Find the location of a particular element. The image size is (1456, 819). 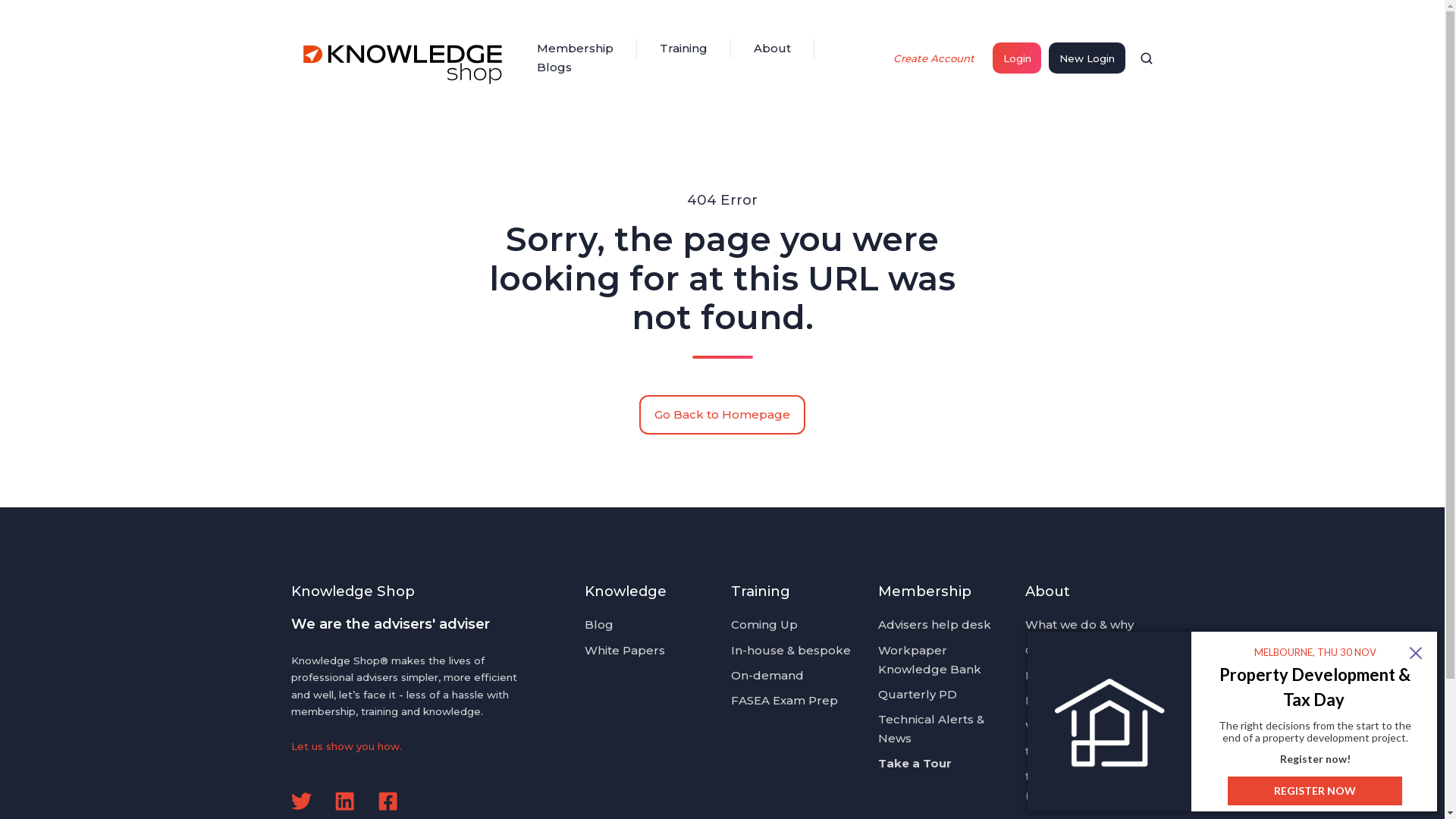

'Coming Up' is located at coordinates (731, 624).